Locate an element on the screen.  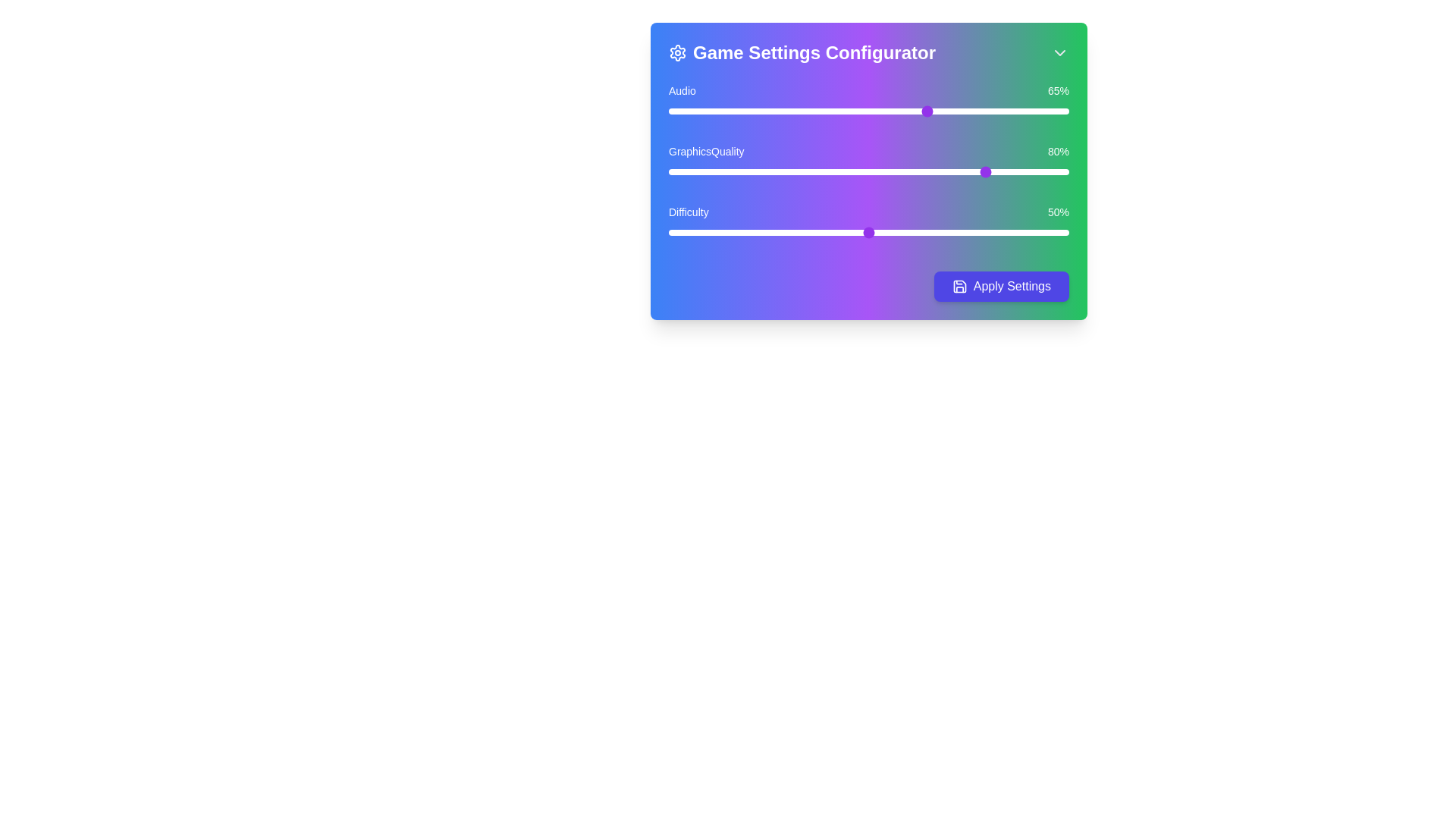
the audio slider is located at coordinates (692, 110).